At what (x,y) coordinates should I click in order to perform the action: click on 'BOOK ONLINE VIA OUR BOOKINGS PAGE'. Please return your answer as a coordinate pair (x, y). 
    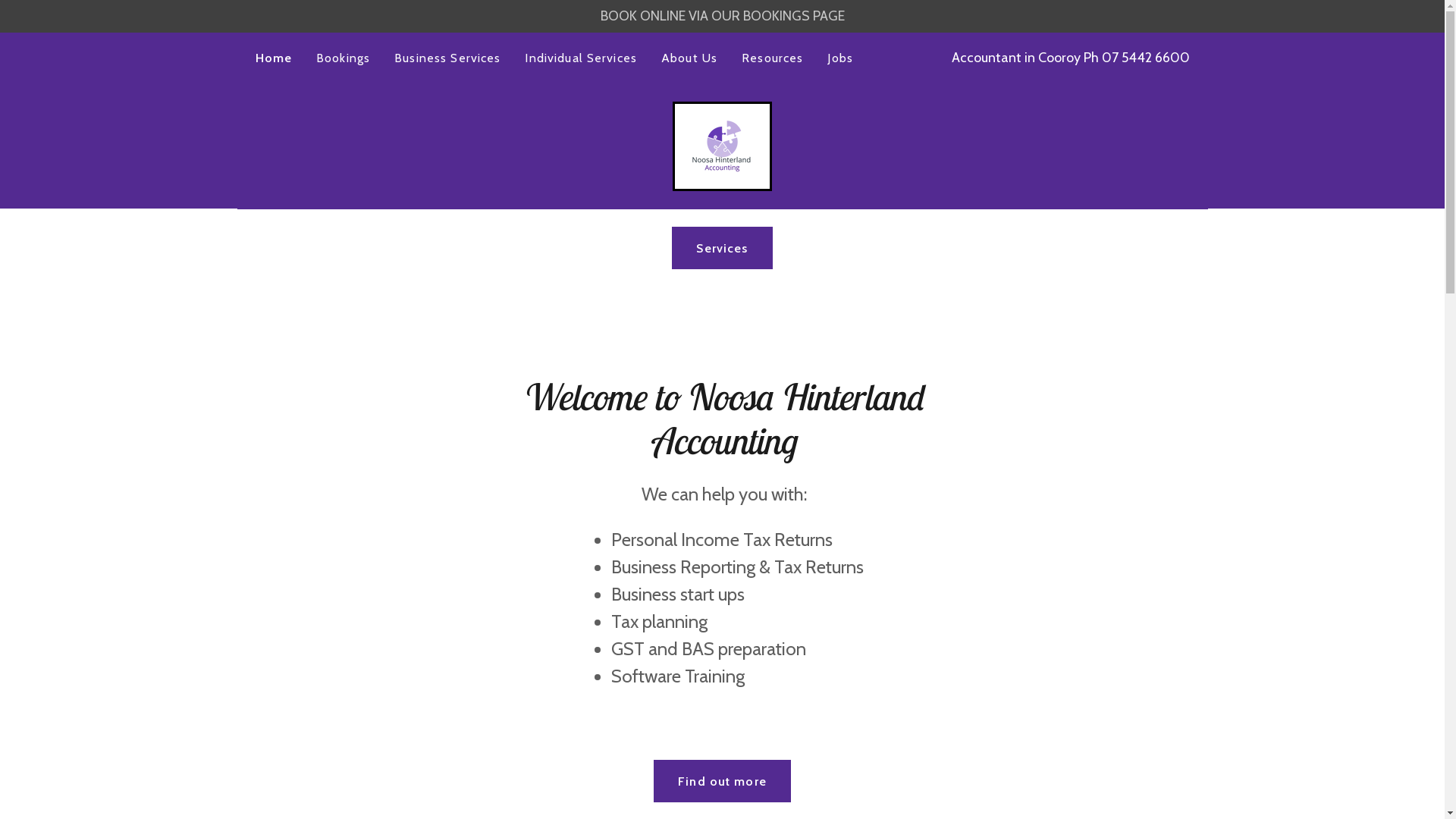
    Looking at the image, I should click on (721, 16).